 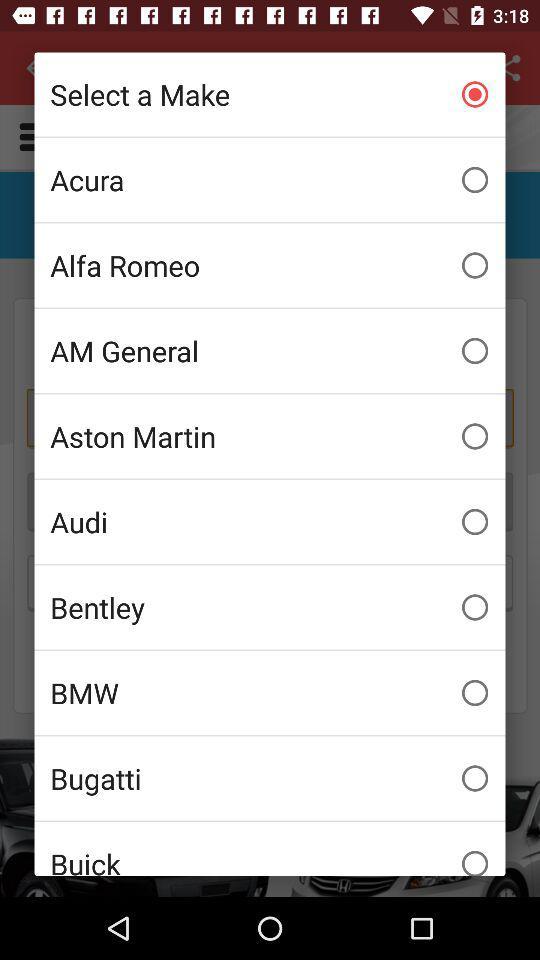 I want to click on bentley icon, so click(x=270, y=606).